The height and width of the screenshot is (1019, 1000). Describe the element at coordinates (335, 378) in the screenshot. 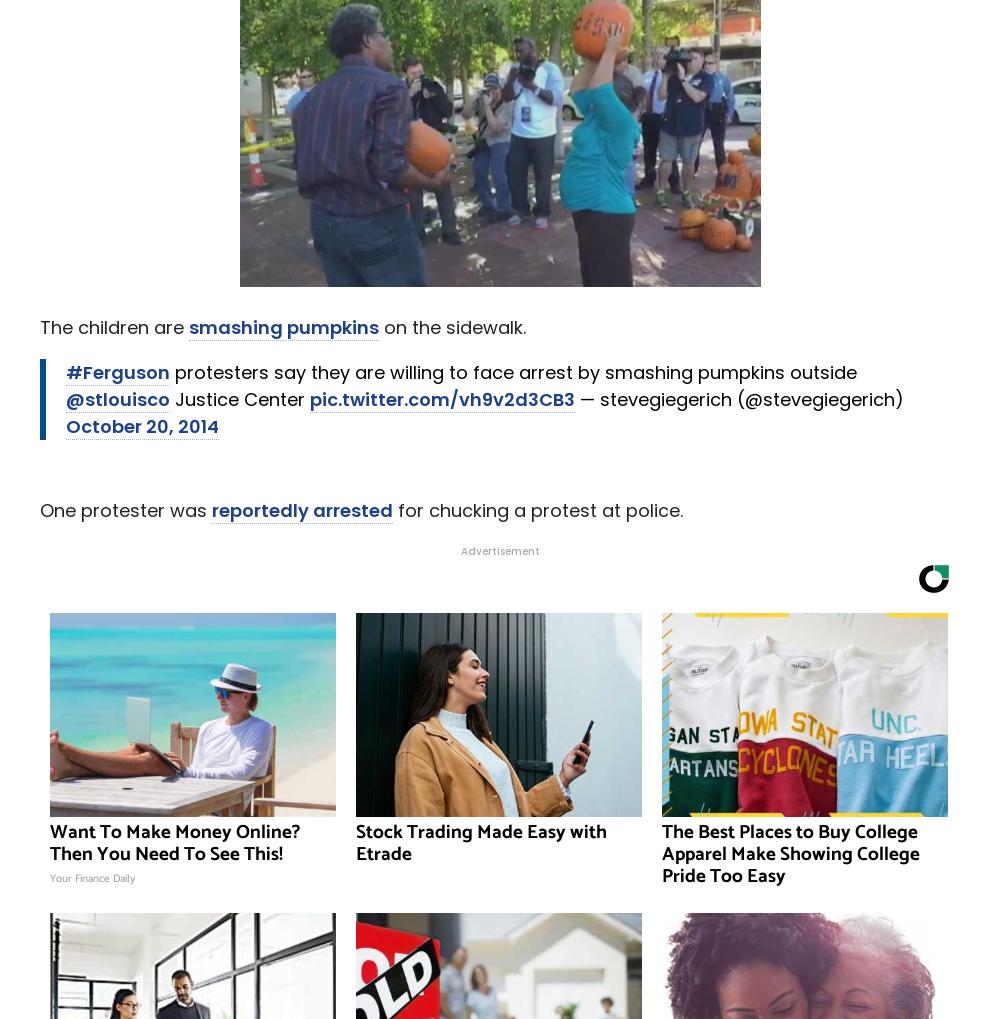

I see `''Horses Can Feel Her': Meet the 2-Year-Old 'Horse Whisperer''` at that location.